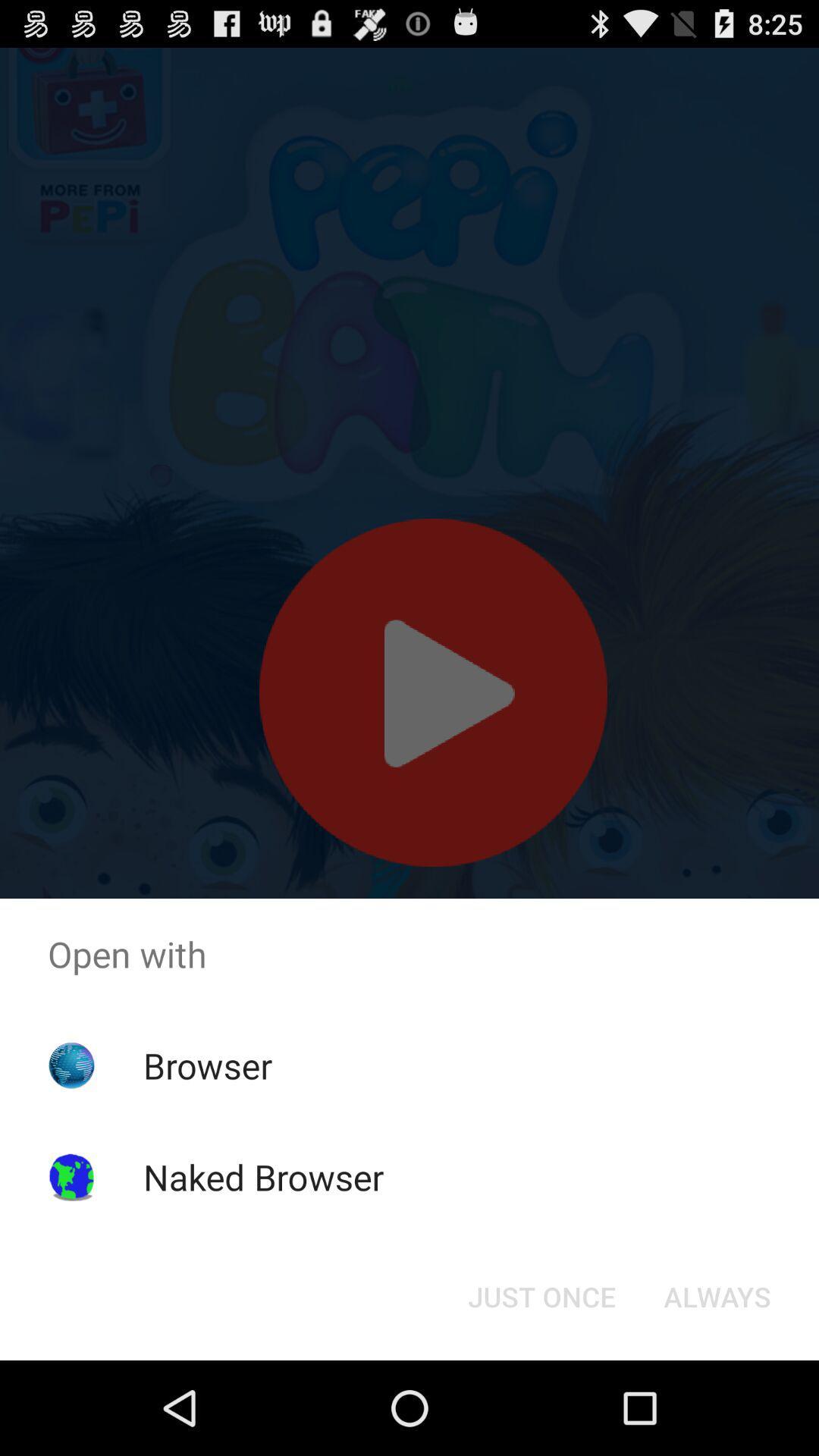 This screenshot has height=1456, width=819. Describe the element at coordinates (541, 1295) in the screenshot. I see `the just once icon` at that location.